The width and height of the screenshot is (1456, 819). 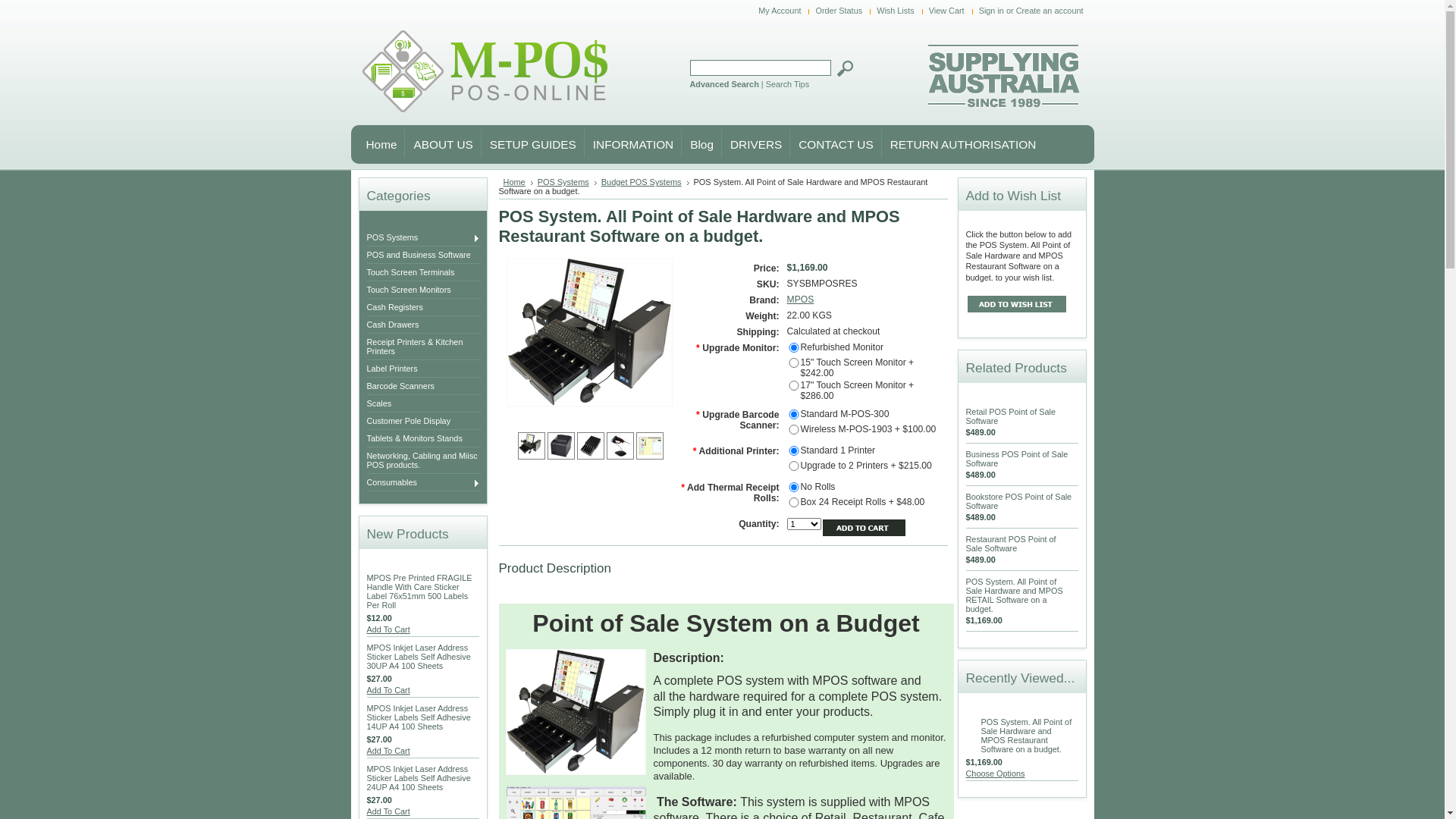 What do you see at coordinates (425, 253) in the screenshot?
I see `'POS and Business Software'` at bounding box center [425, 253].